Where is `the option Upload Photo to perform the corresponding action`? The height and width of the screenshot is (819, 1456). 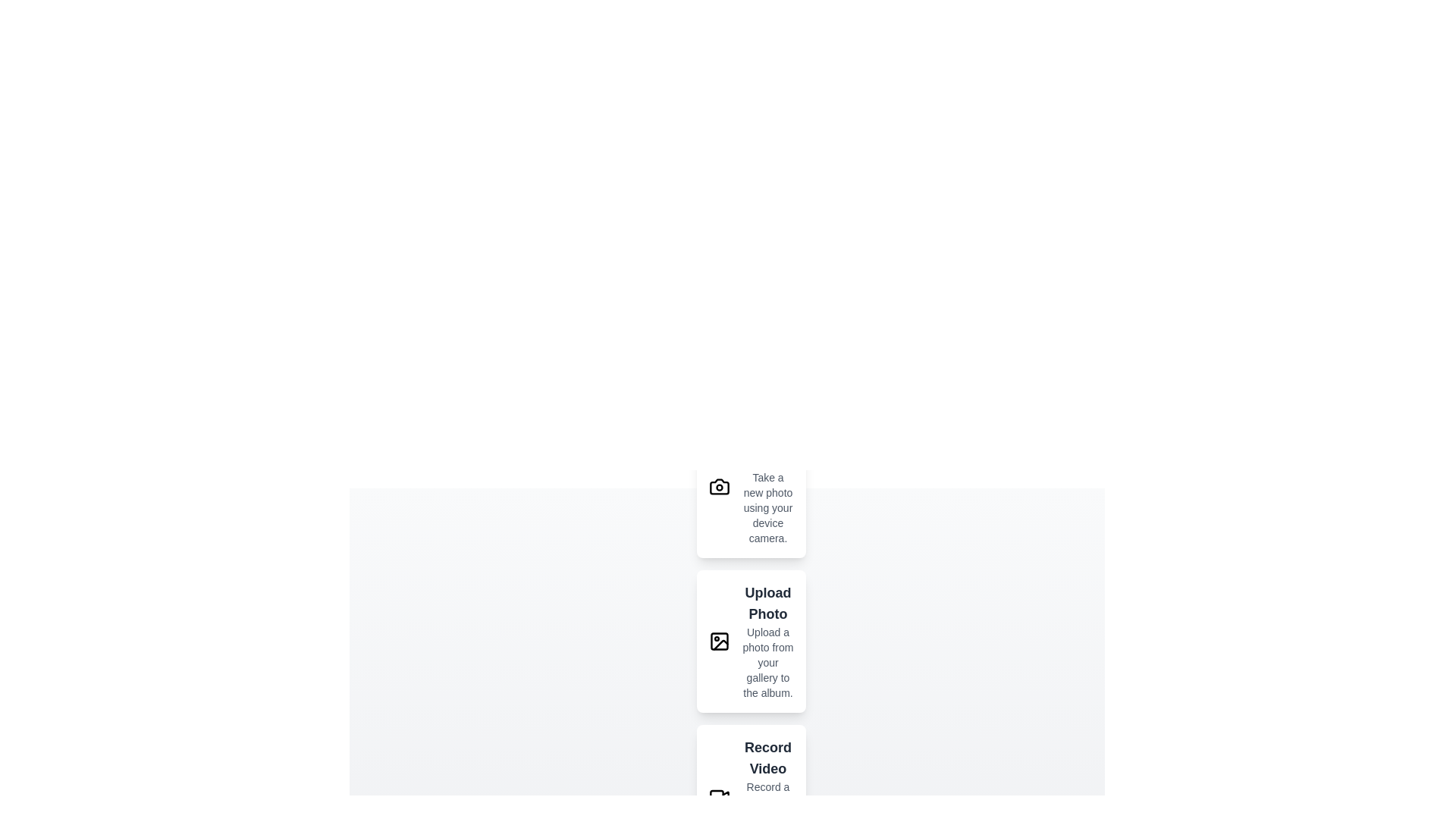 the option Upload Photo to perform the corresponding action is located at coordinates (719, 641).